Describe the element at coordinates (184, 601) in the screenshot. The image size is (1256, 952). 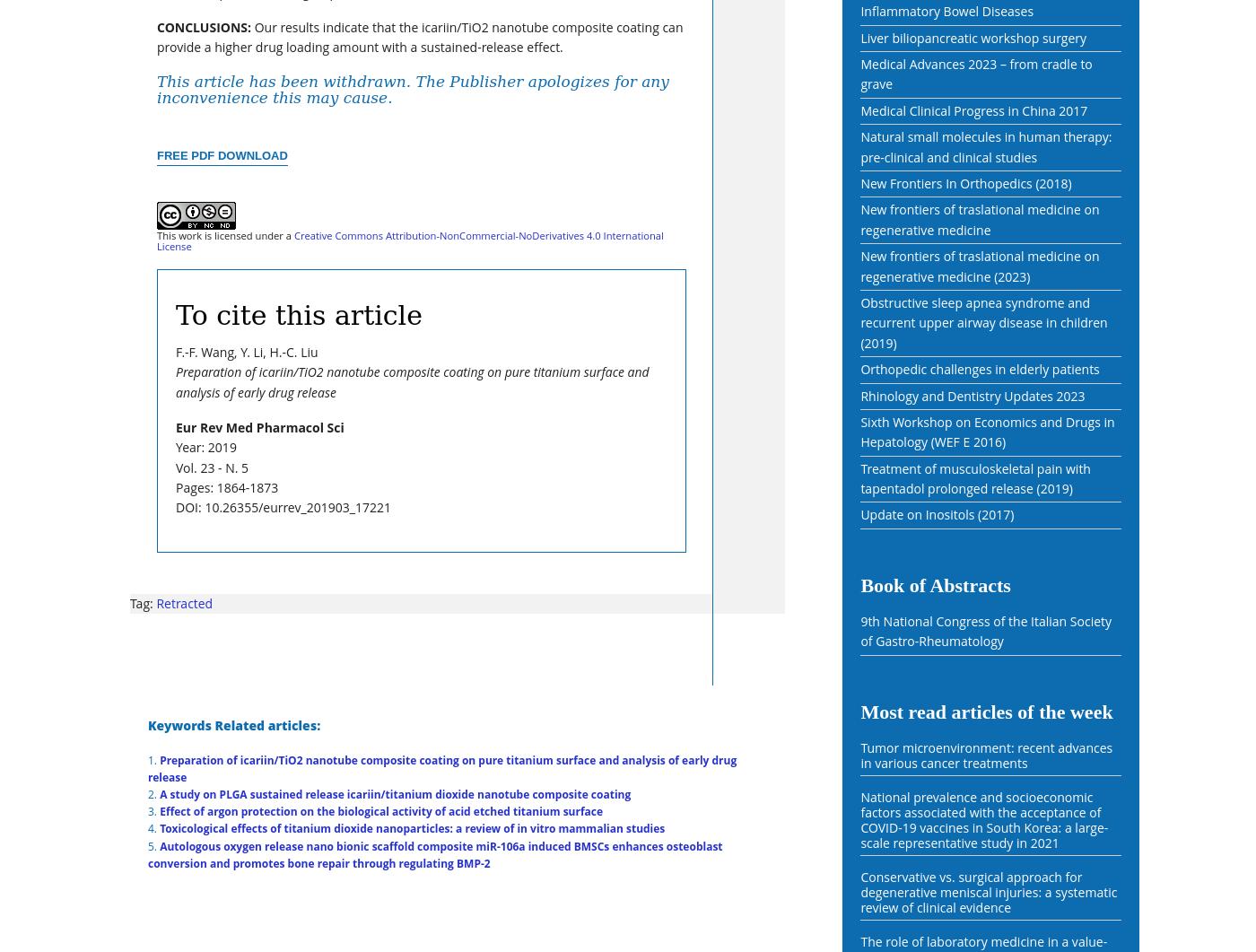
I see `'Retracted'` at that location.